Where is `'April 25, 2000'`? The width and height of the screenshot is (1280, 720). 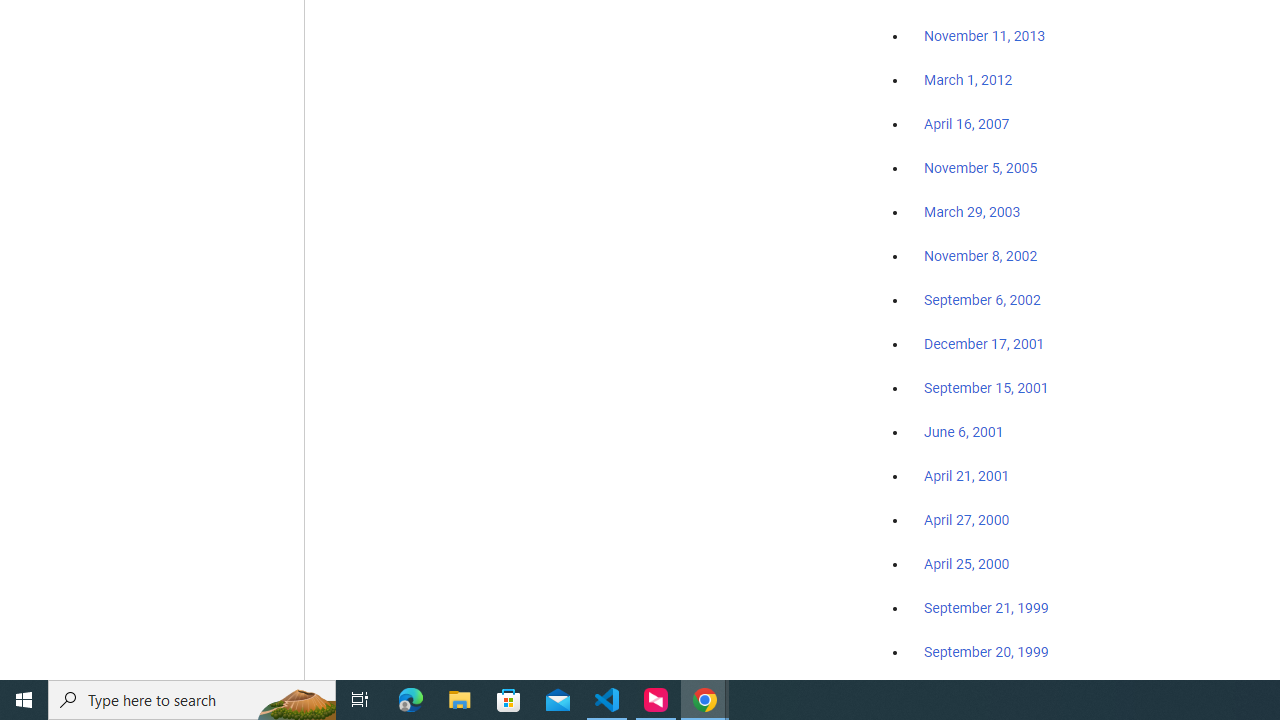 'April 25, 2000' is located at coordinates (967, 564).